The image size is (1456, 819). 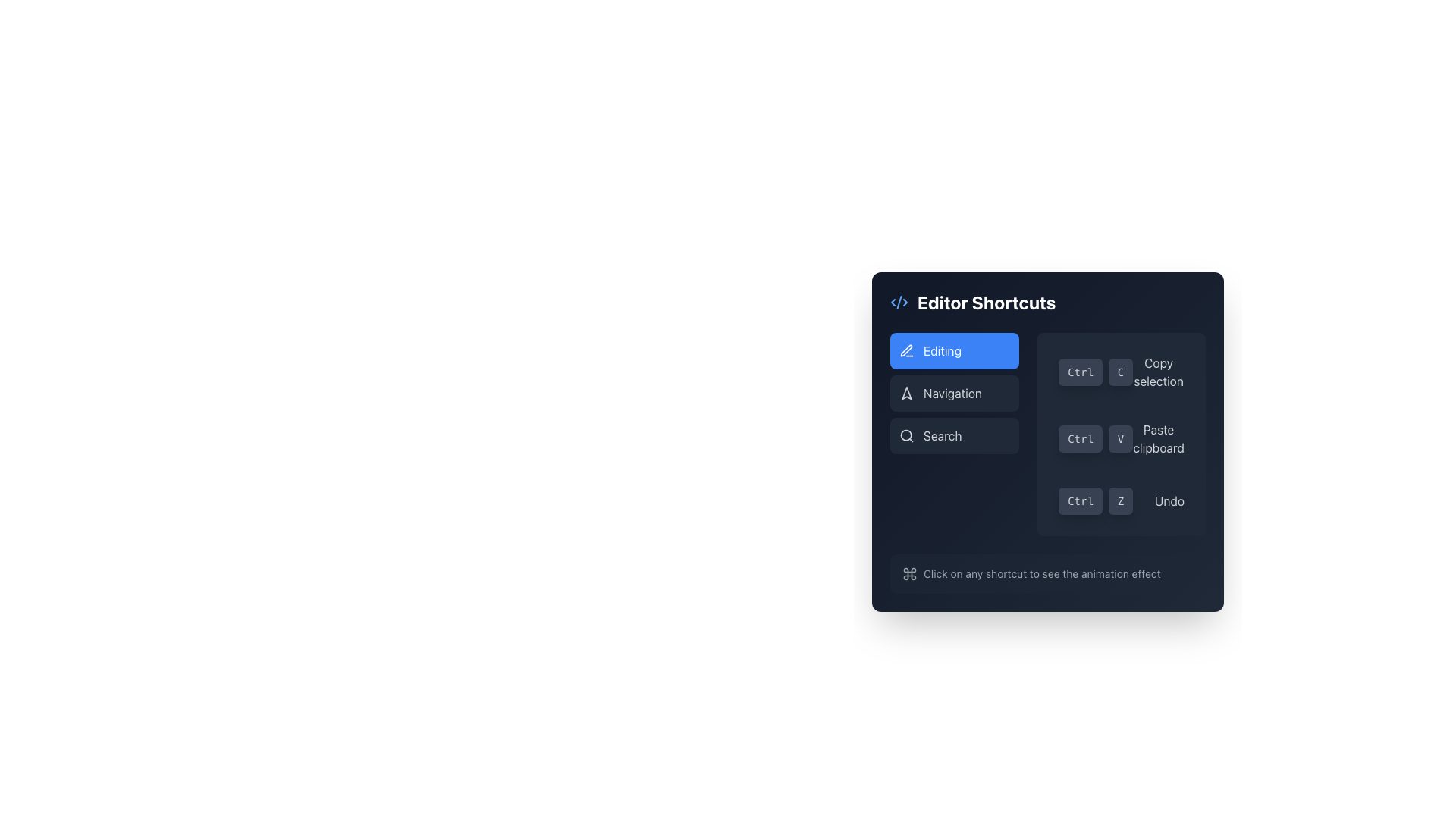 I want to click on the Keyboard shortcut representation for 'Copy selection' which consists of the 'Ctrl' and 'C' blocks with descriptive text, located in the upper portion of the 'Editing' section, so click(x=1121, y=372).